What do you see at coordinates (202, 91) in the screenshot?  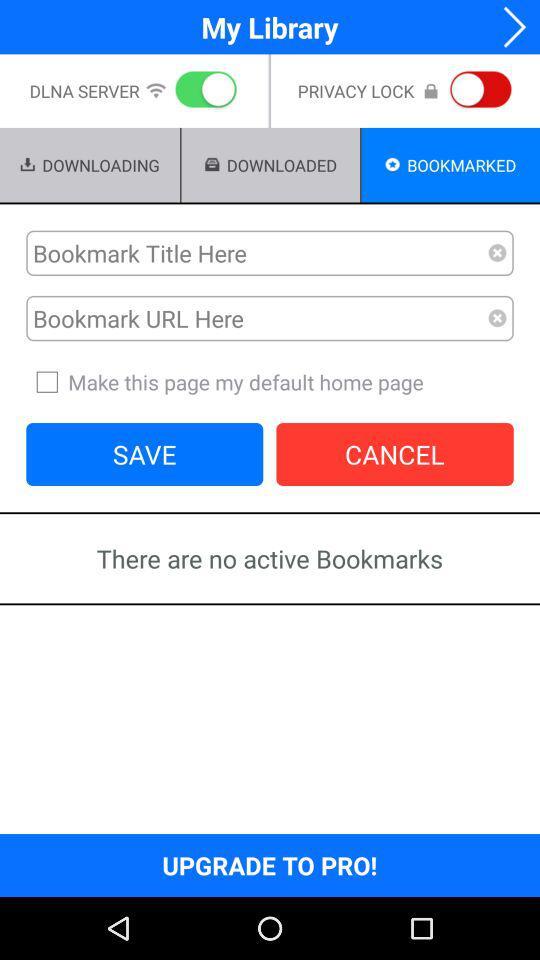 I see `the icon below the my library icon` at bounding box center [202, 91].